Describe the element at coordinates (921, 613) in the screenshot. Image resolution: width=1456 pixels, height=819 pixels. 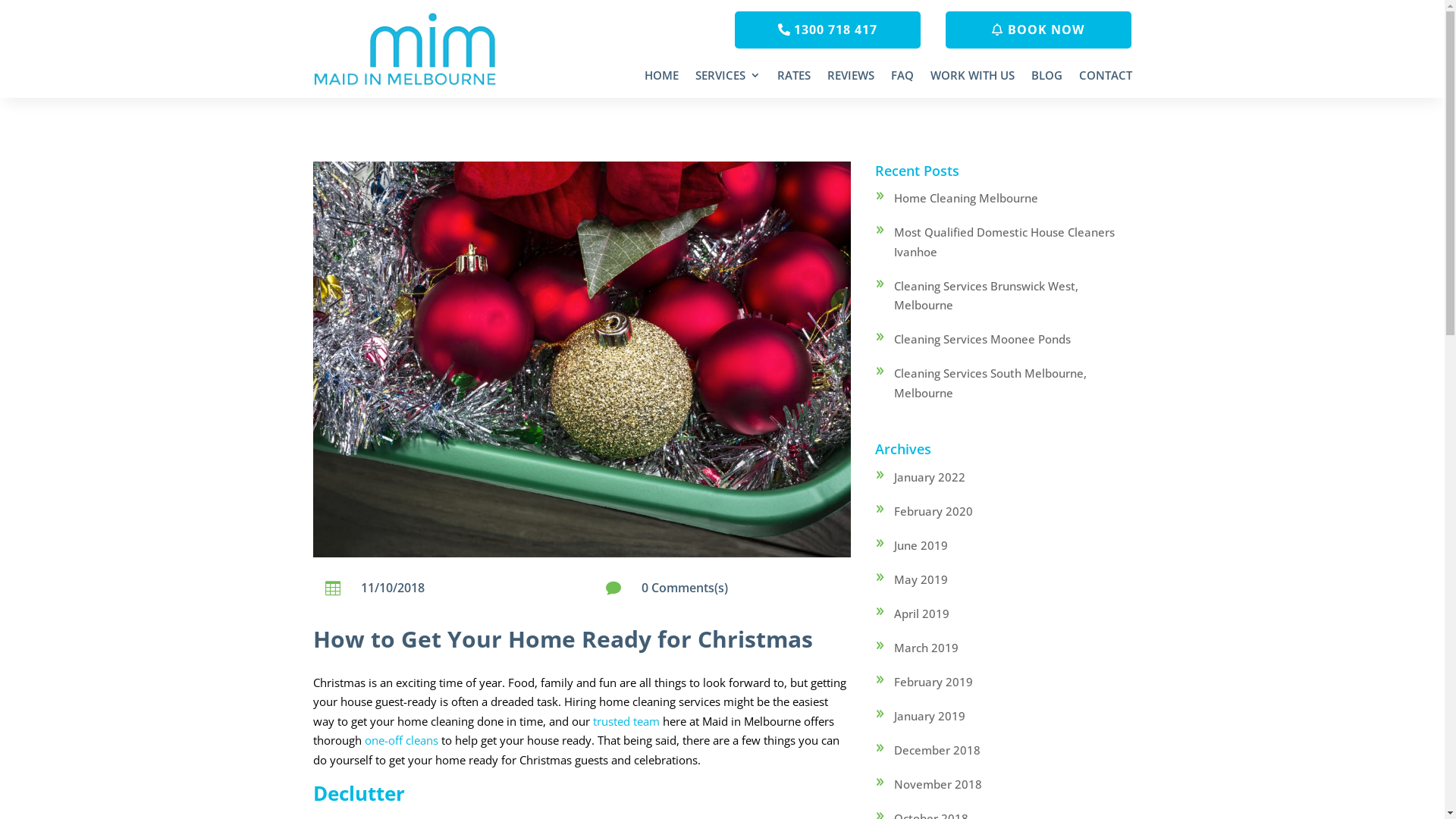
I see `'April 2019'` at that location.